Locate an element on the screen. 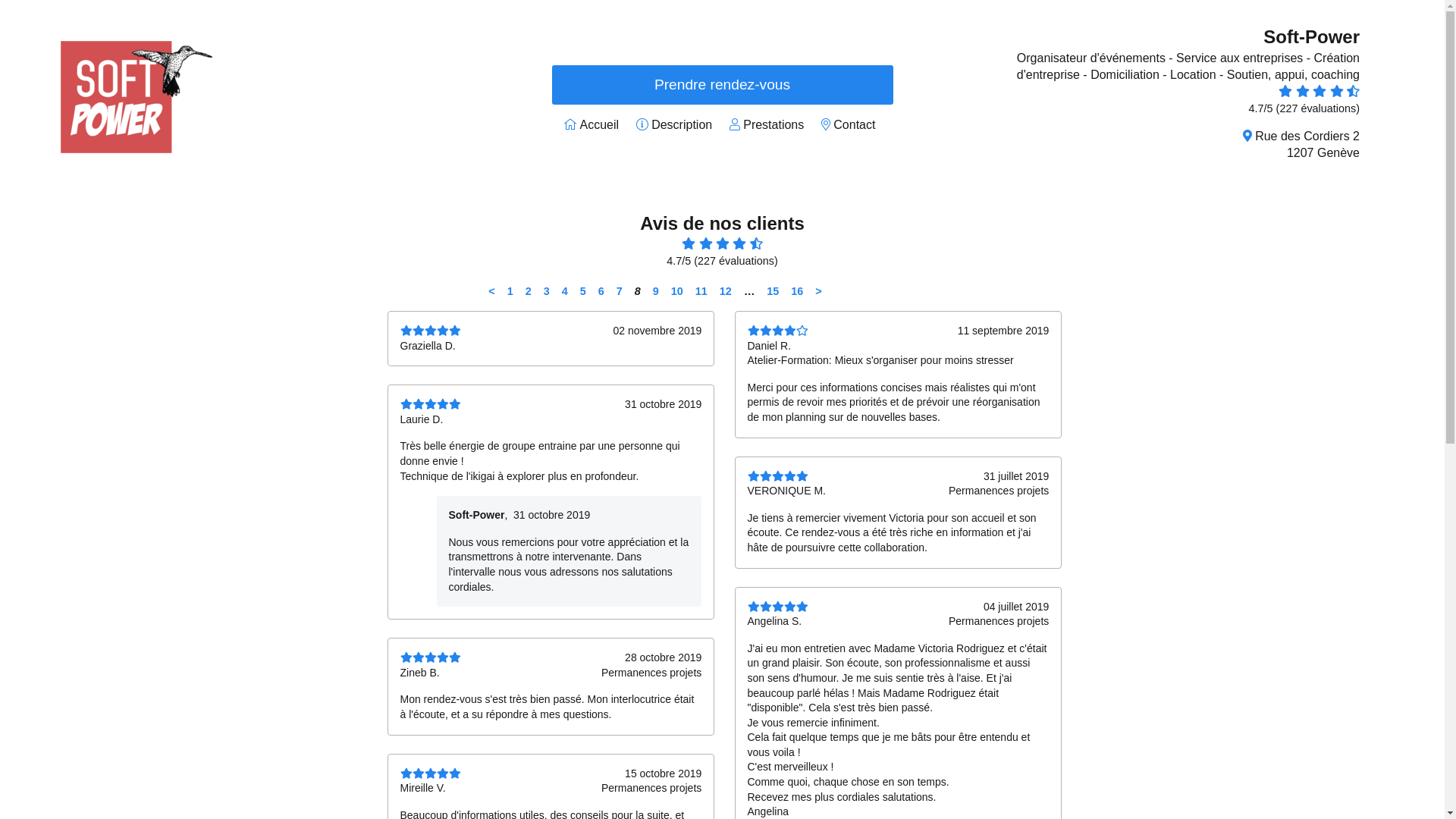 The height and width of the screenshot is (819, 1456). '10' is located at coordinates (676, 291).